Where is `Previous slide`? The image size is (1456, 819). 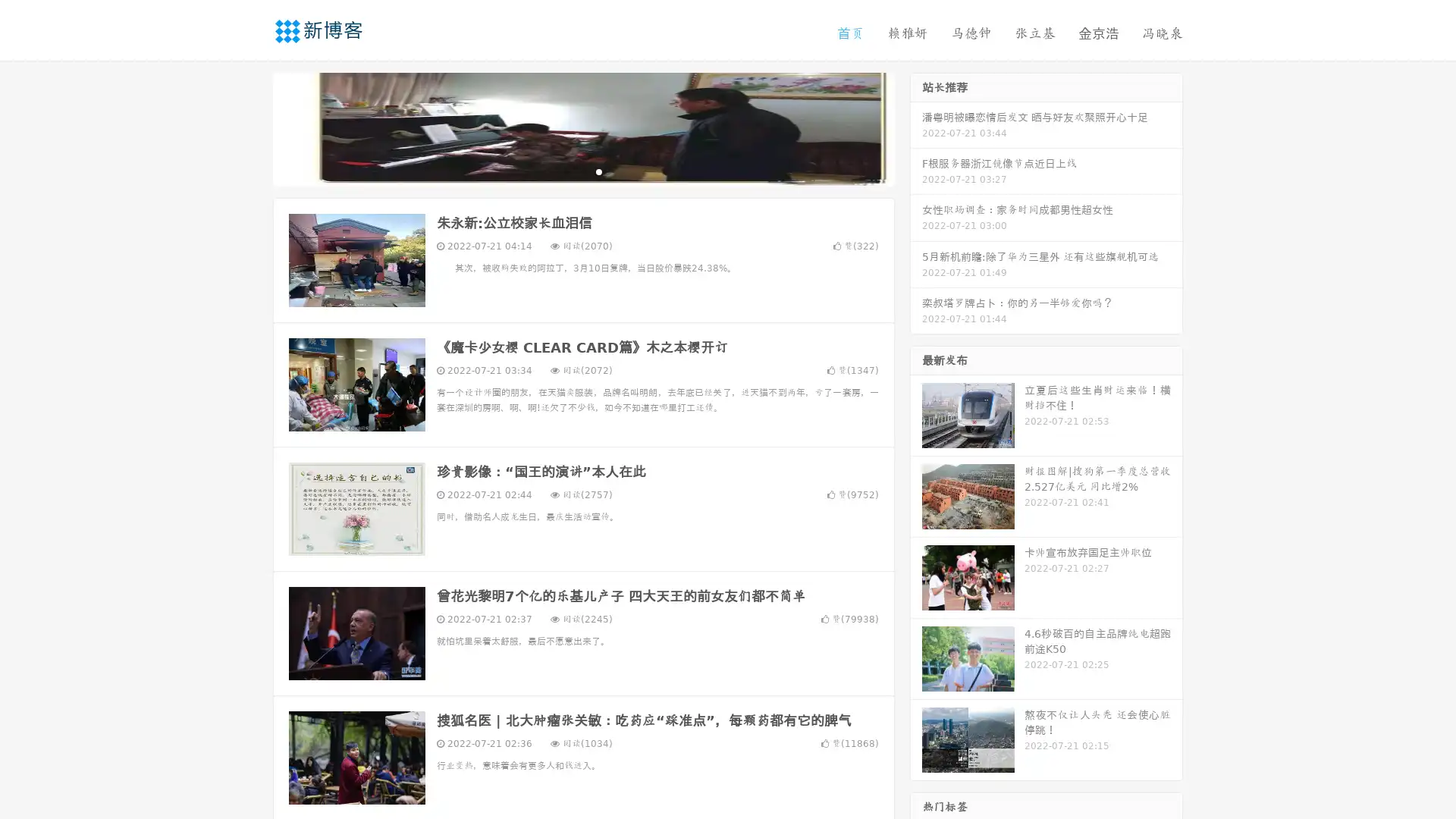 Previous slide is located at coordinates (250, 127).